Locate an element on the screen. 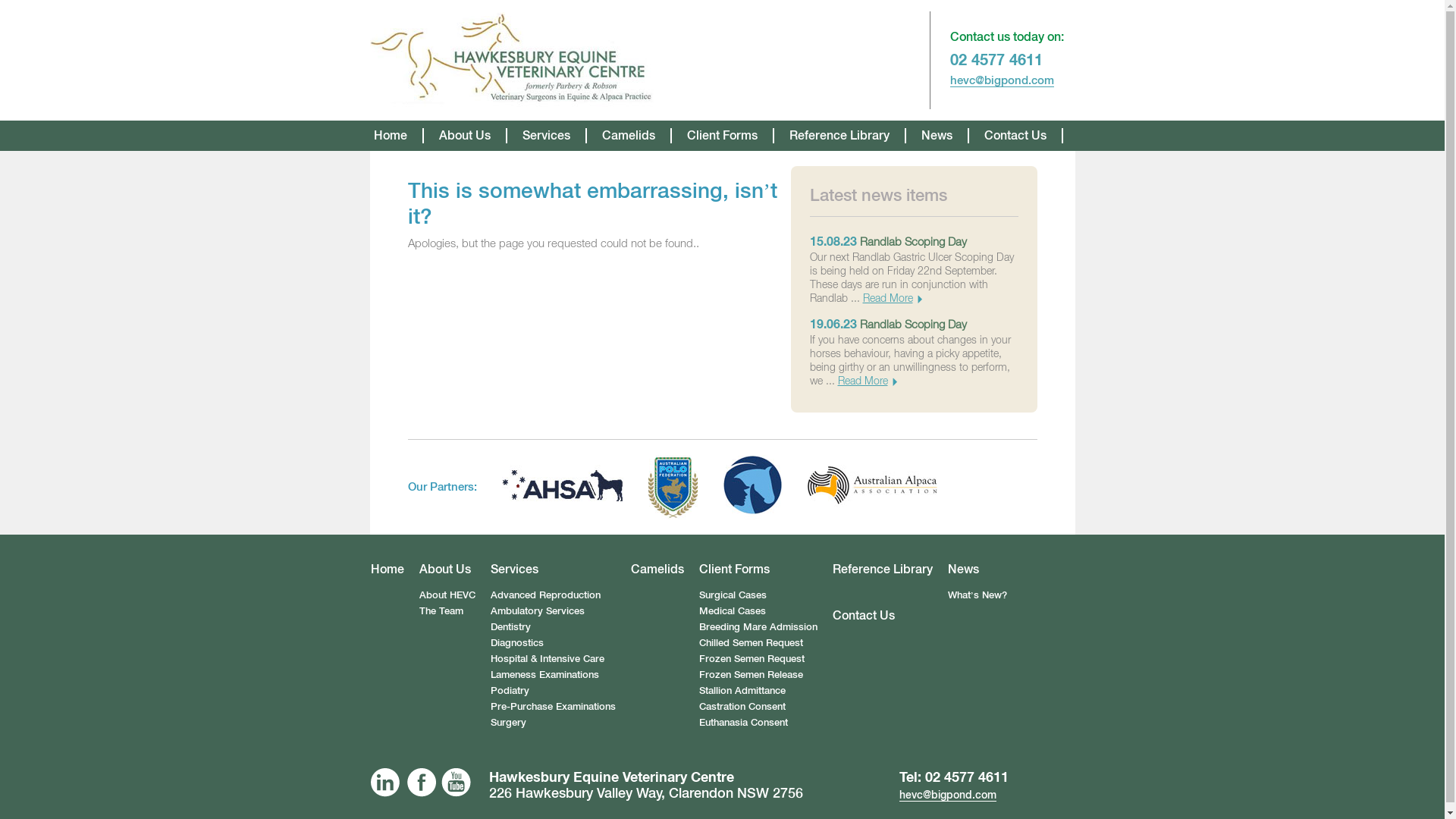 This screenshot has height=819, width=1456. 'News' is located at coordinates (946, 570).